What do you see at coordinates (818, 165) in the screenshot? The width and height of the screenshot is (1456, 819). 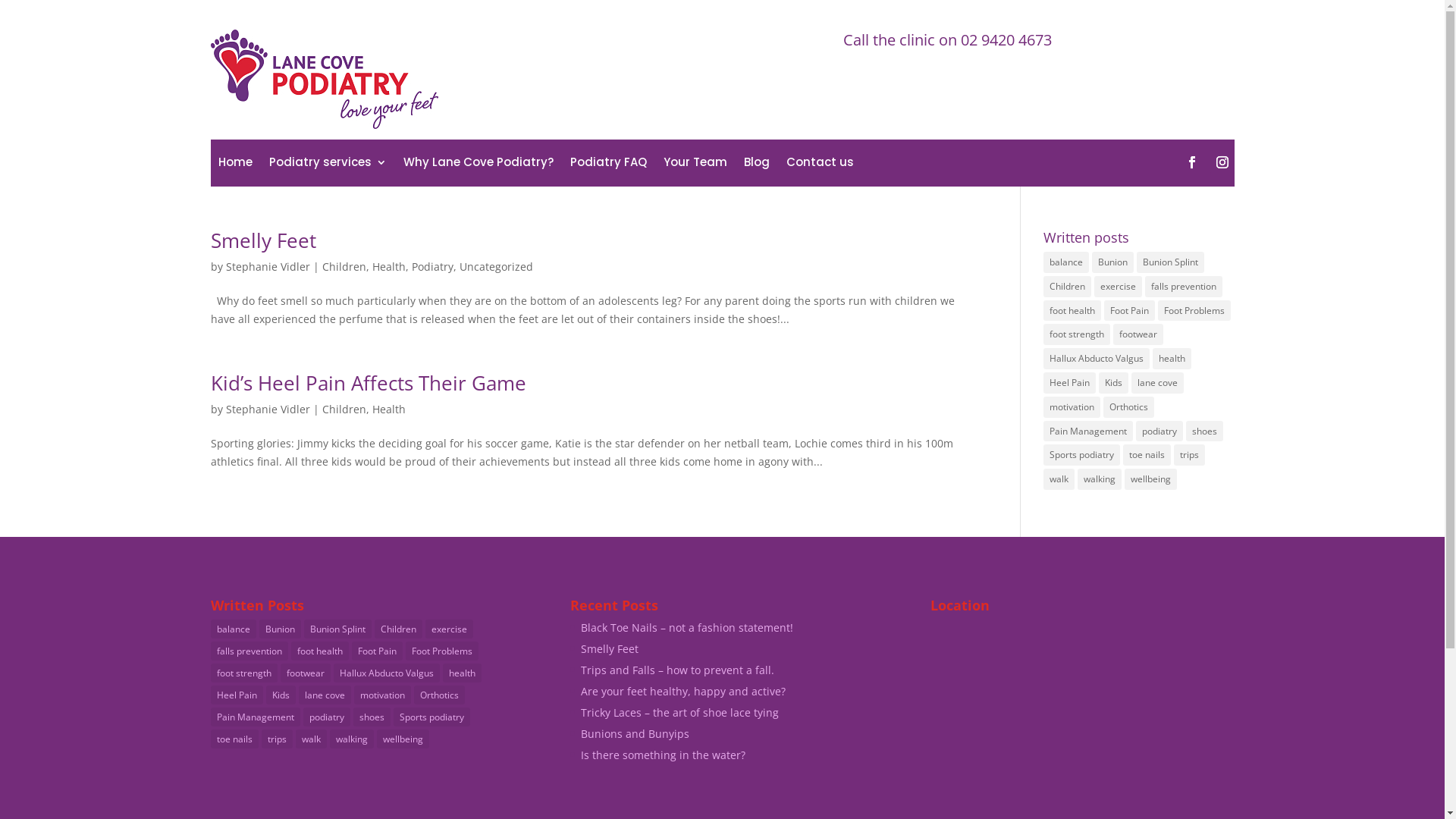 I see `'Contact us'` at bounding box center [818, 165].